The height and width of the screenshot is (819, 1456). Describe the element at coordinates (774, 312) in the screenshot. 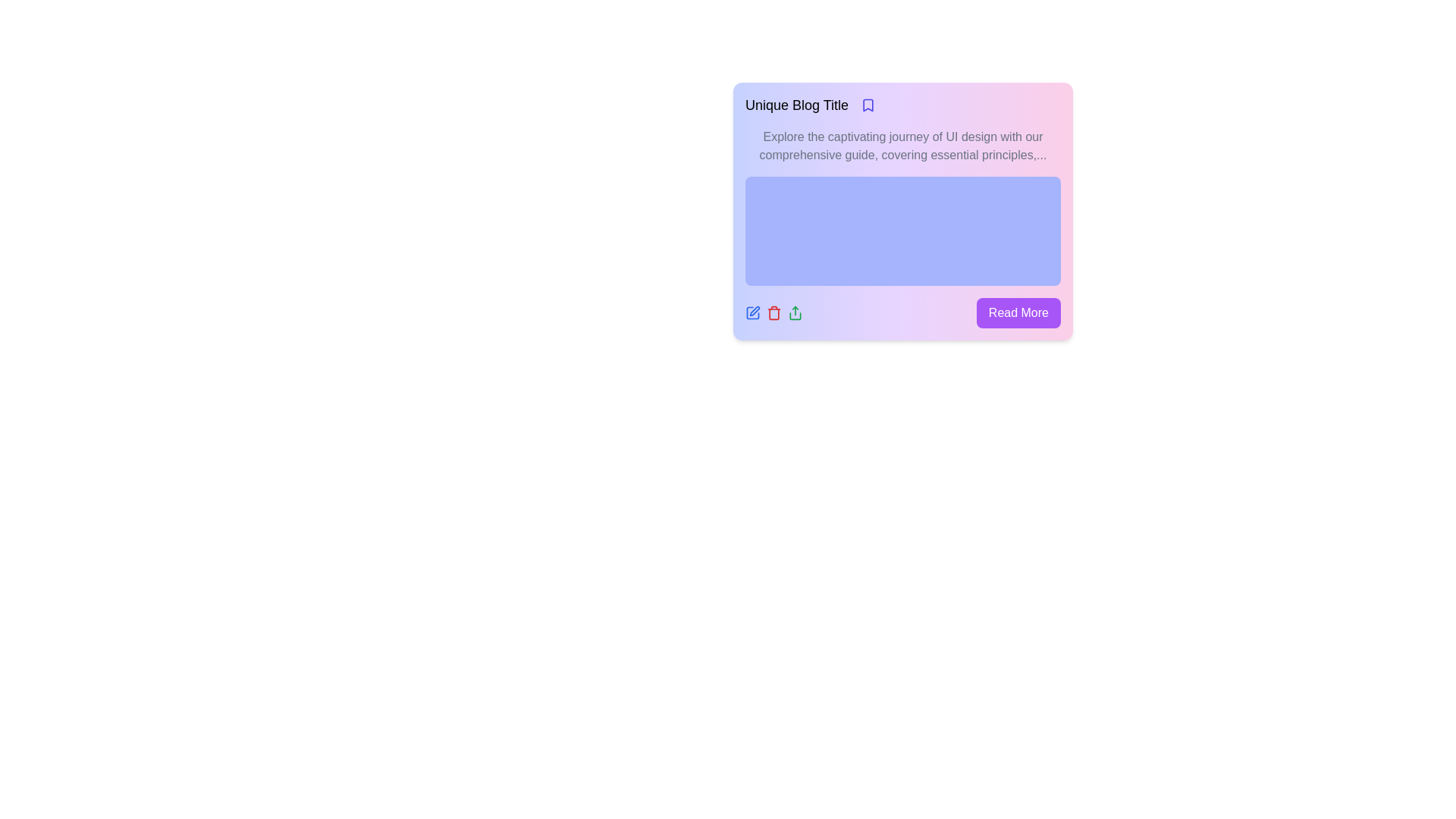

I see `the red trashcan icon located at the bottom-left section of the card's footer` at that location.